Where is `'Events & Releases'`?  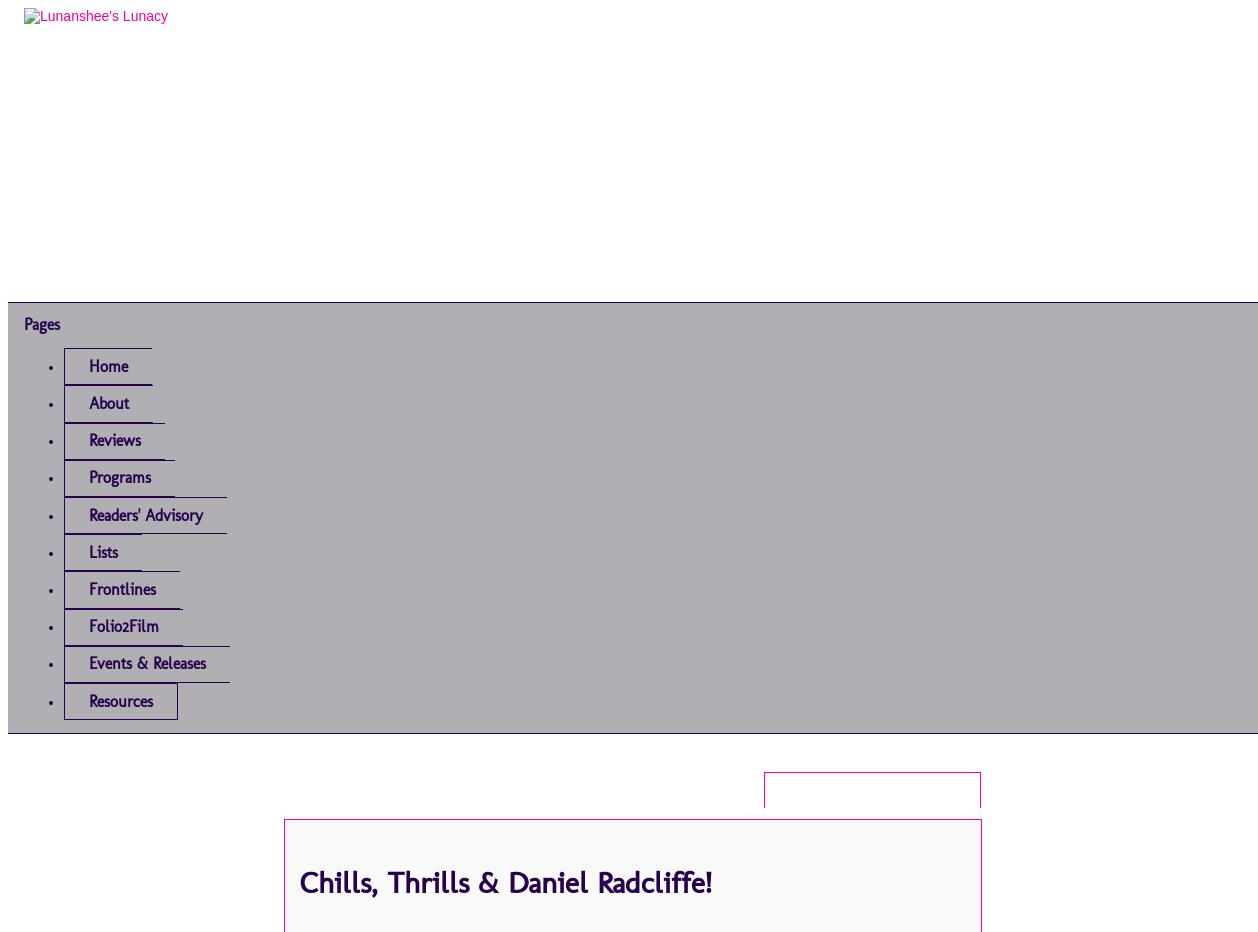 'Events & Releases' is located at coordinates (147, 663).